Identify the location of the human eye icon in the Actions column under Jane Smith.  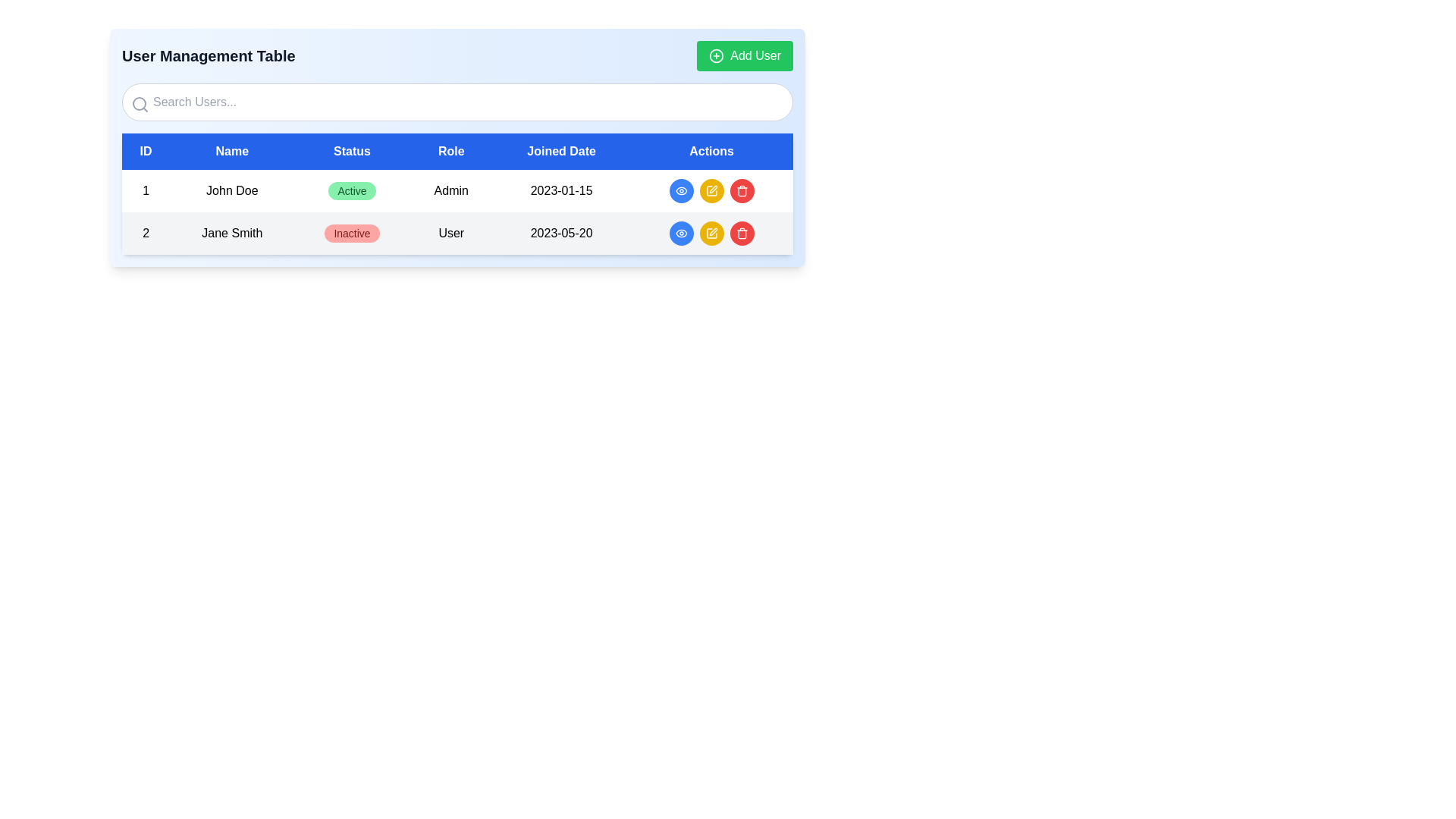
(680, 234).